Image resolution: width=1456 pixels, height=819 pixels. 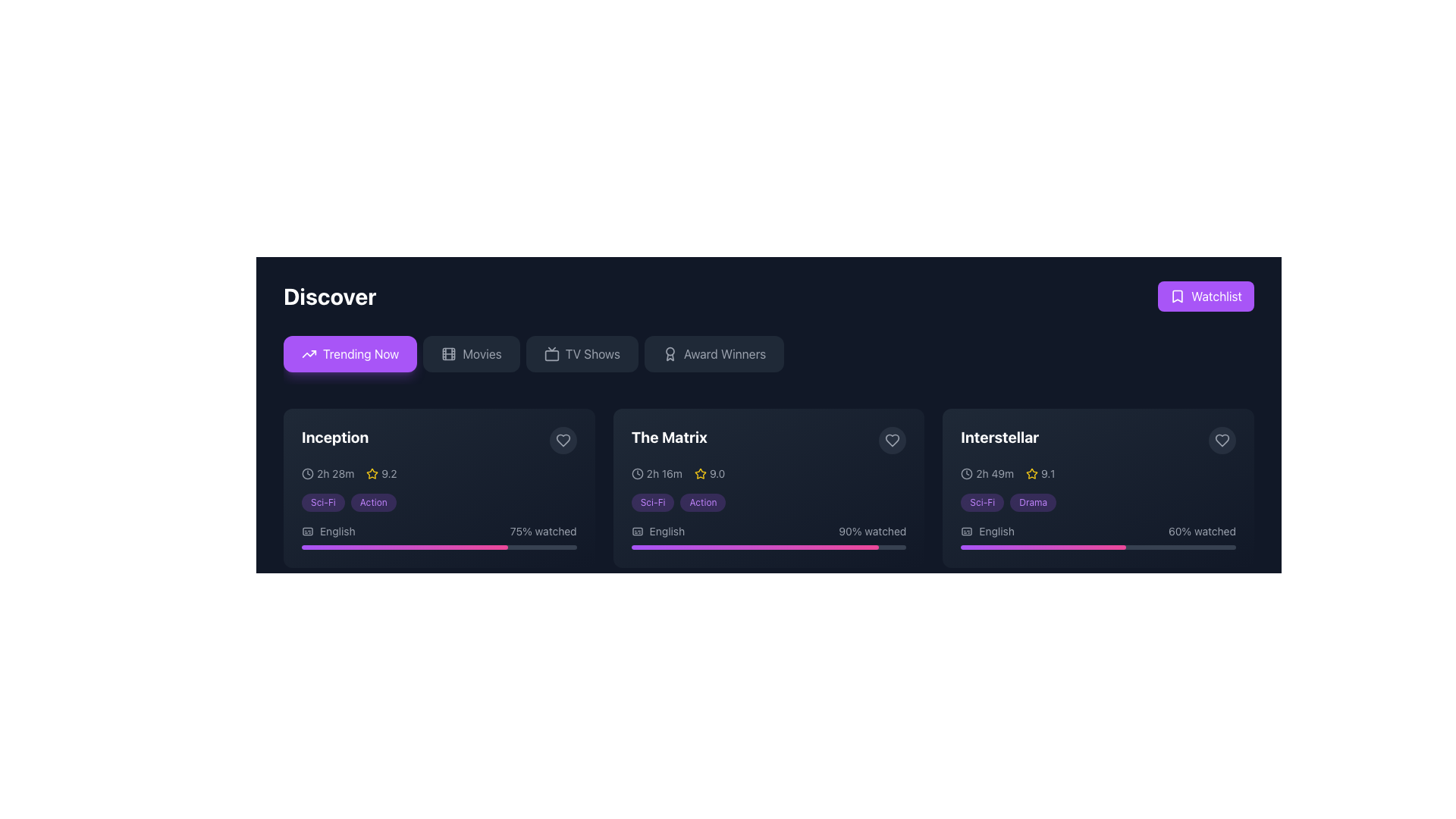 What do you see at coordinates (1069, 547) in the screenshot?
I see `watched progress` at bounding box center [1069, 547].